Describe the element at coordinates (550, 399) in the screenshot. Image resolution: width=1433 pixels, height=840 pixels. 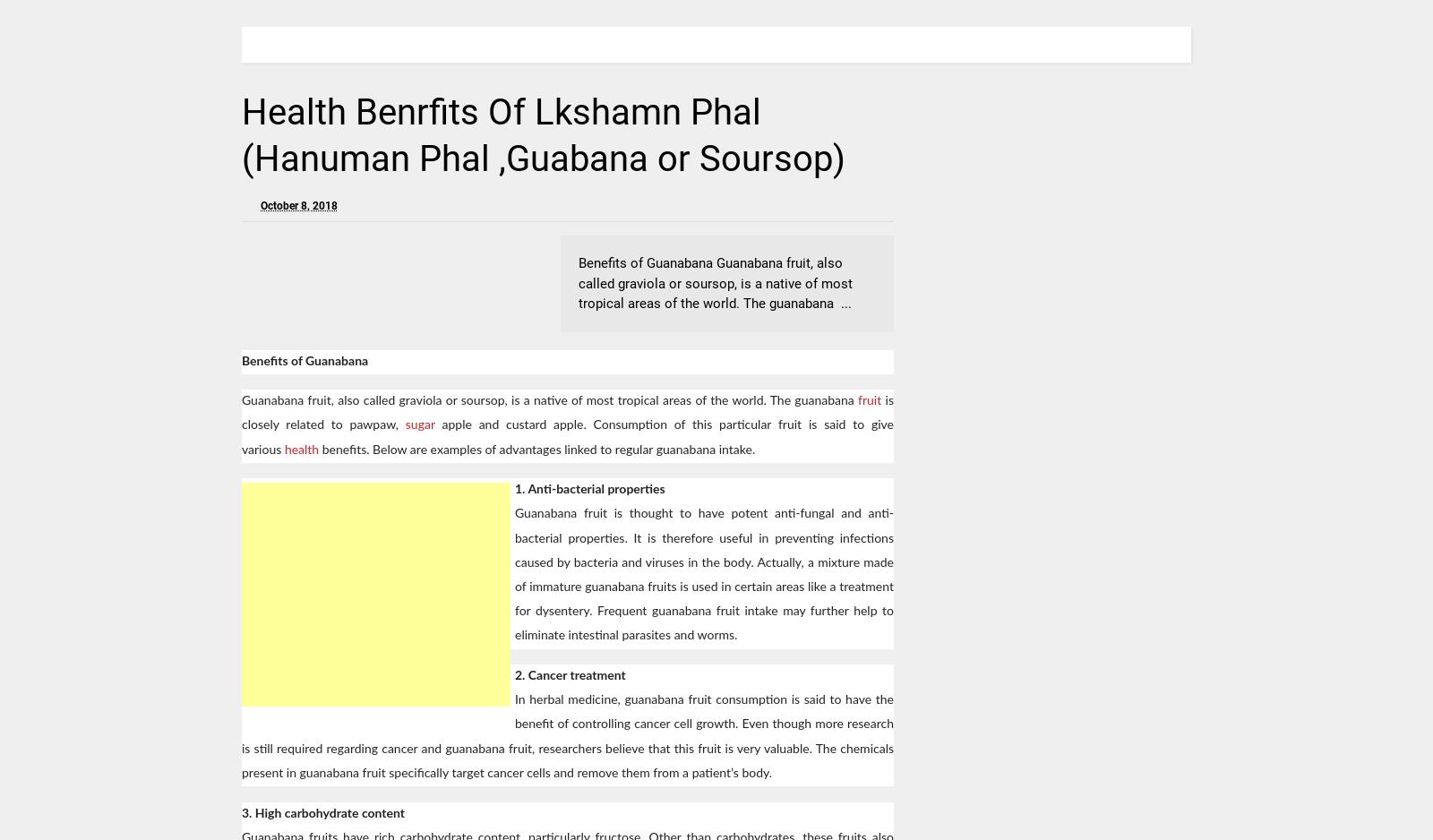
I see `'Guanabana fruit, also called graviola or soursop, is a native of most tropical areas of the world. The guanabana'` at that location.